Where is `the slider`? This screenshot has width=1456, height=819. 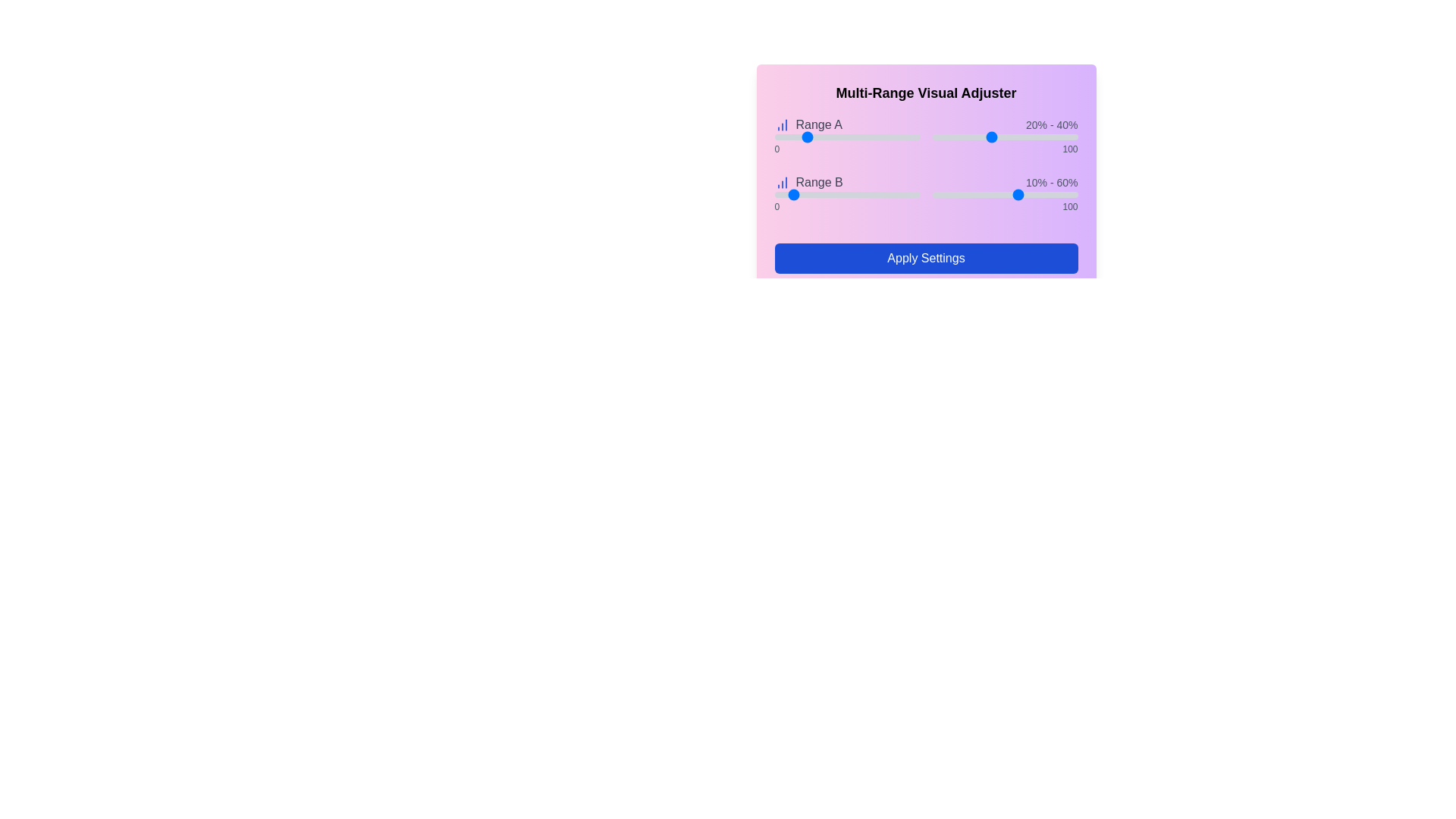 the slider is located at coordinates (979, 137).